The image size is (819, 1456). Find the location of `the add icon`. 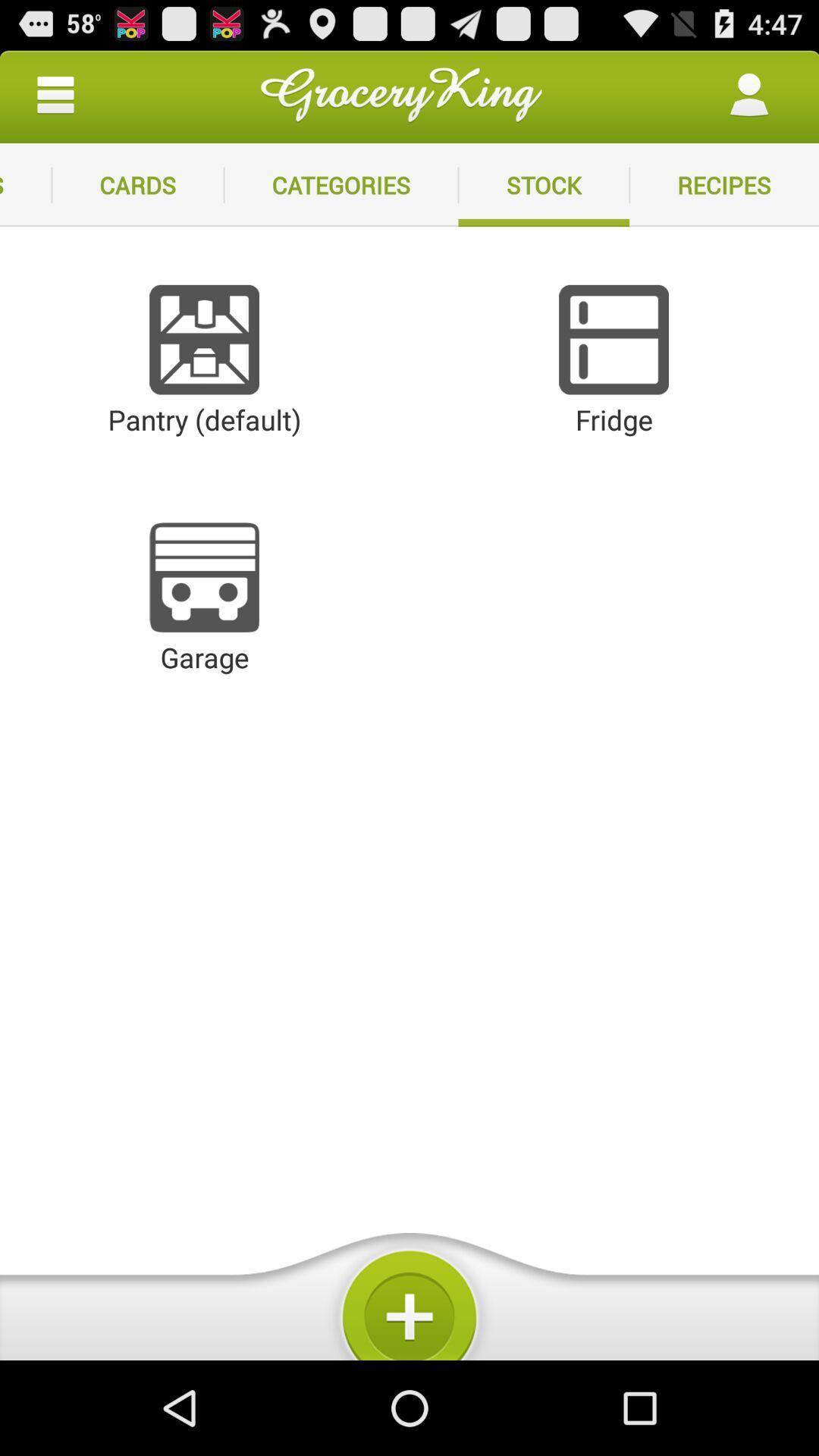

the add icon is located at coordinates (409, 1379).